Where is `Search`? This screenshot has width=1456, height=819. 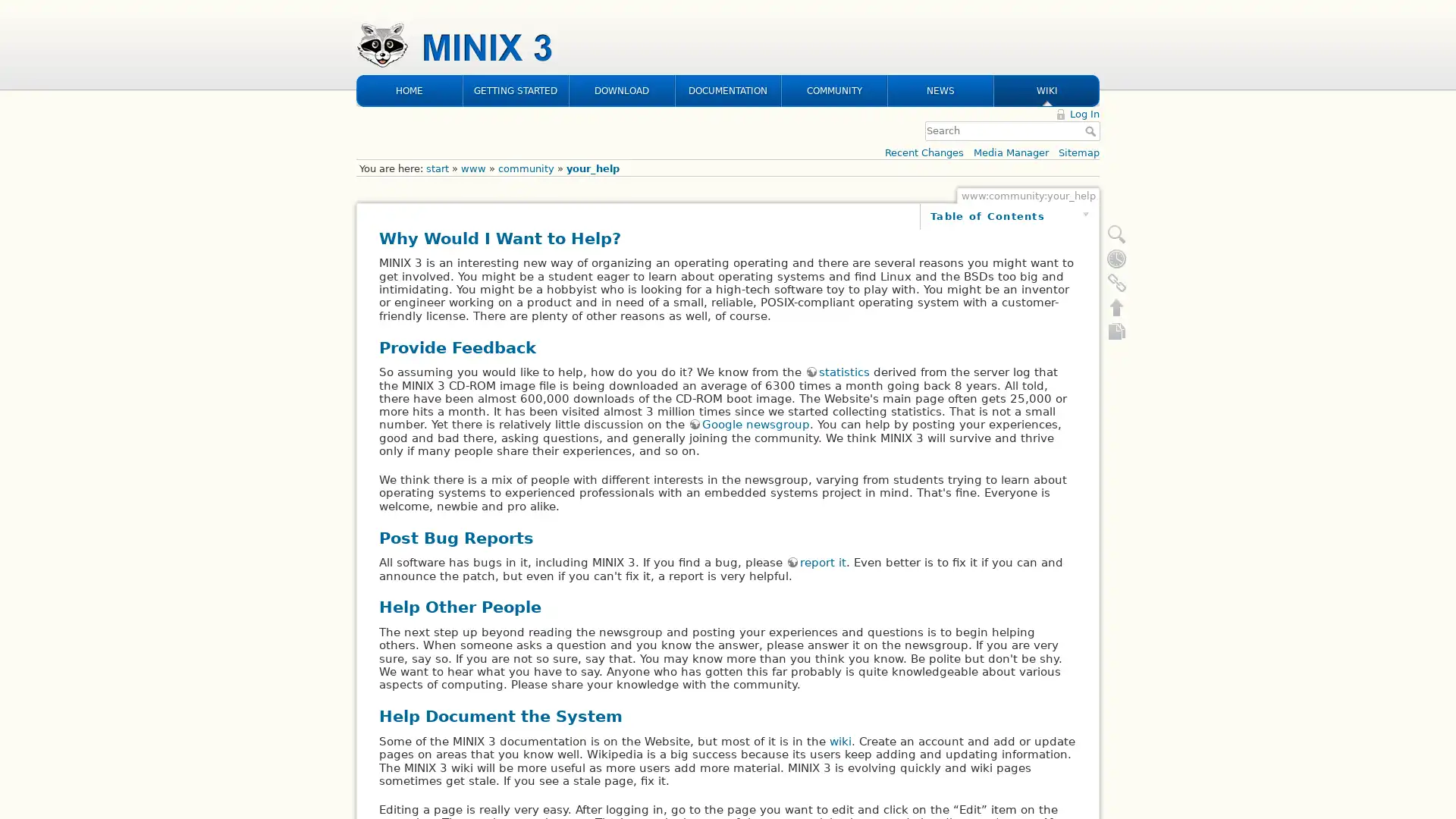
Search is located at coordinates (1092, 32).